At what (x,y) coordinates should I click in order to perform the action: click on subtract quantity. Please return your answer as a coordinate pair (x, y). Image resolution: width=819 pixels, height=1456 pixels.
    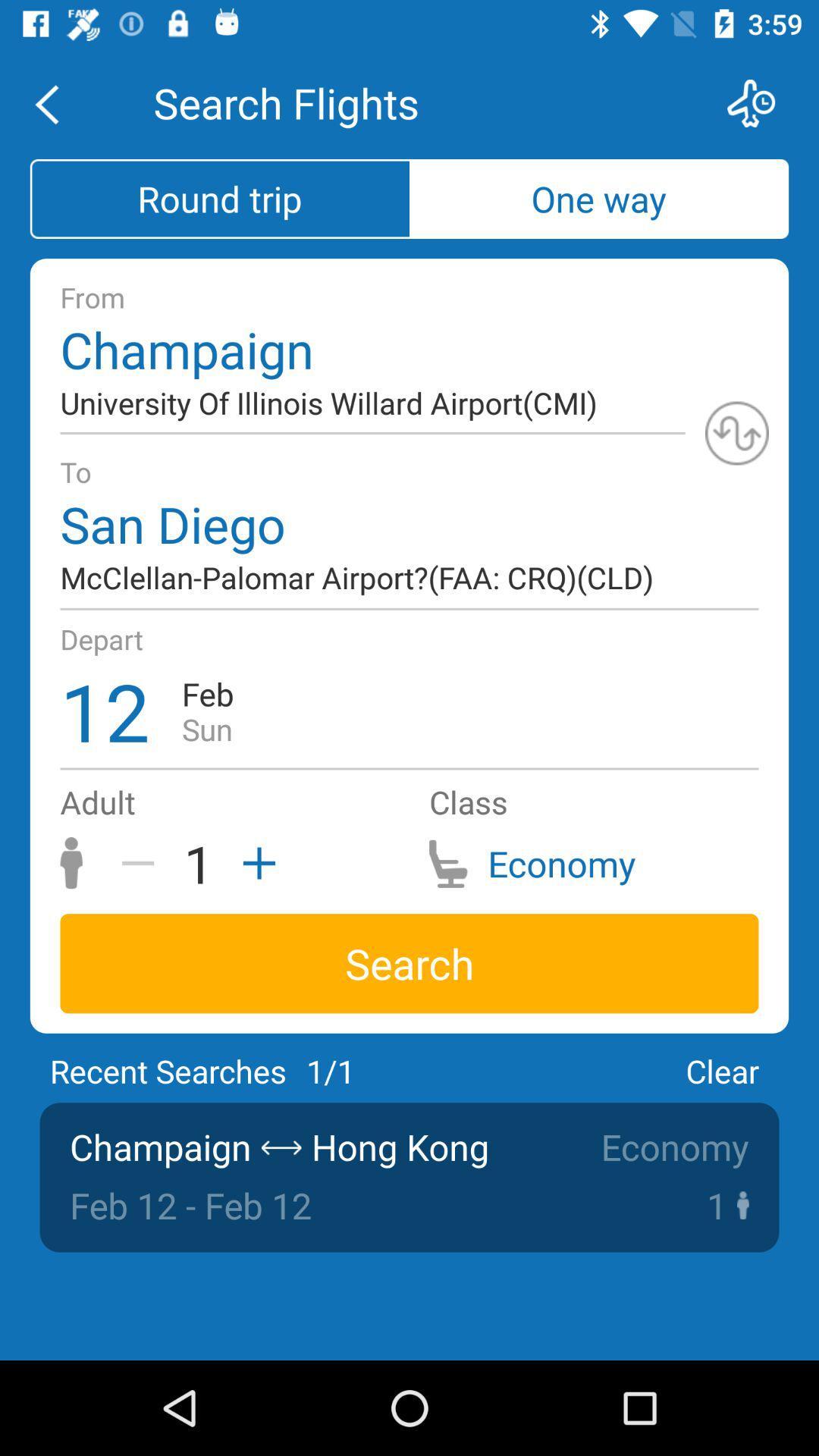
    Looking at the image, I should click on (143, 863).